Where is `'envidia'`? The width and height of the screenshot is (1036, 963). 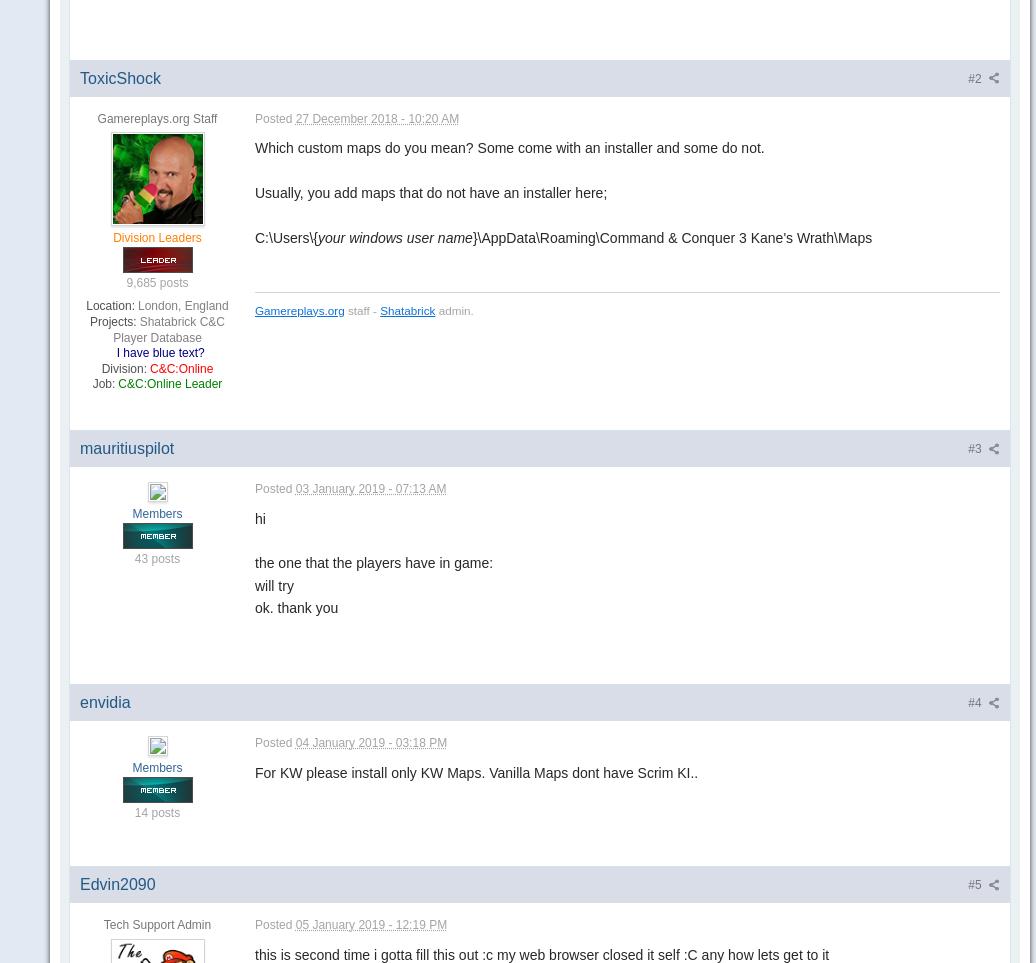
'envidia' is located at coordinates (105, 700).